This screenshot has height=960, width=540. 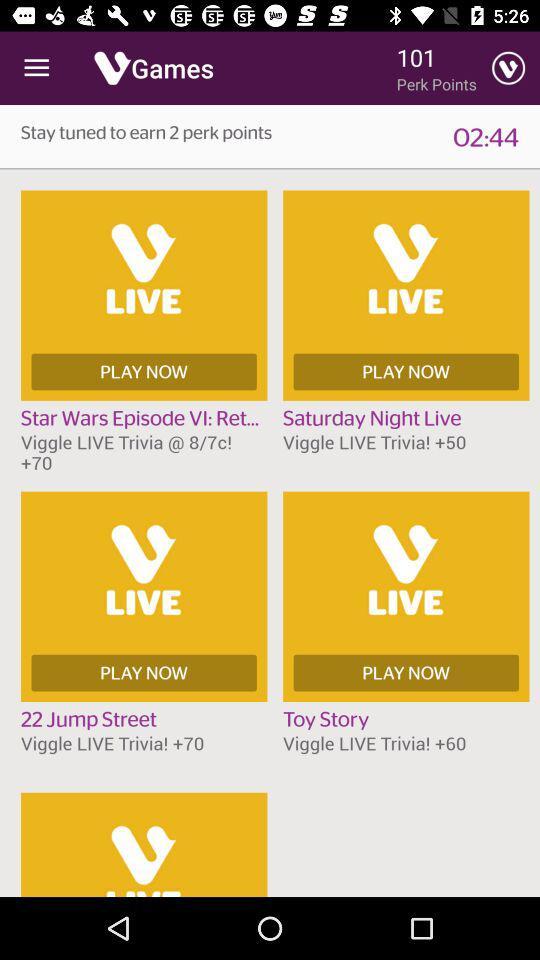 I want to click on the item to the right of perk points item, so click(x=508, y=68).